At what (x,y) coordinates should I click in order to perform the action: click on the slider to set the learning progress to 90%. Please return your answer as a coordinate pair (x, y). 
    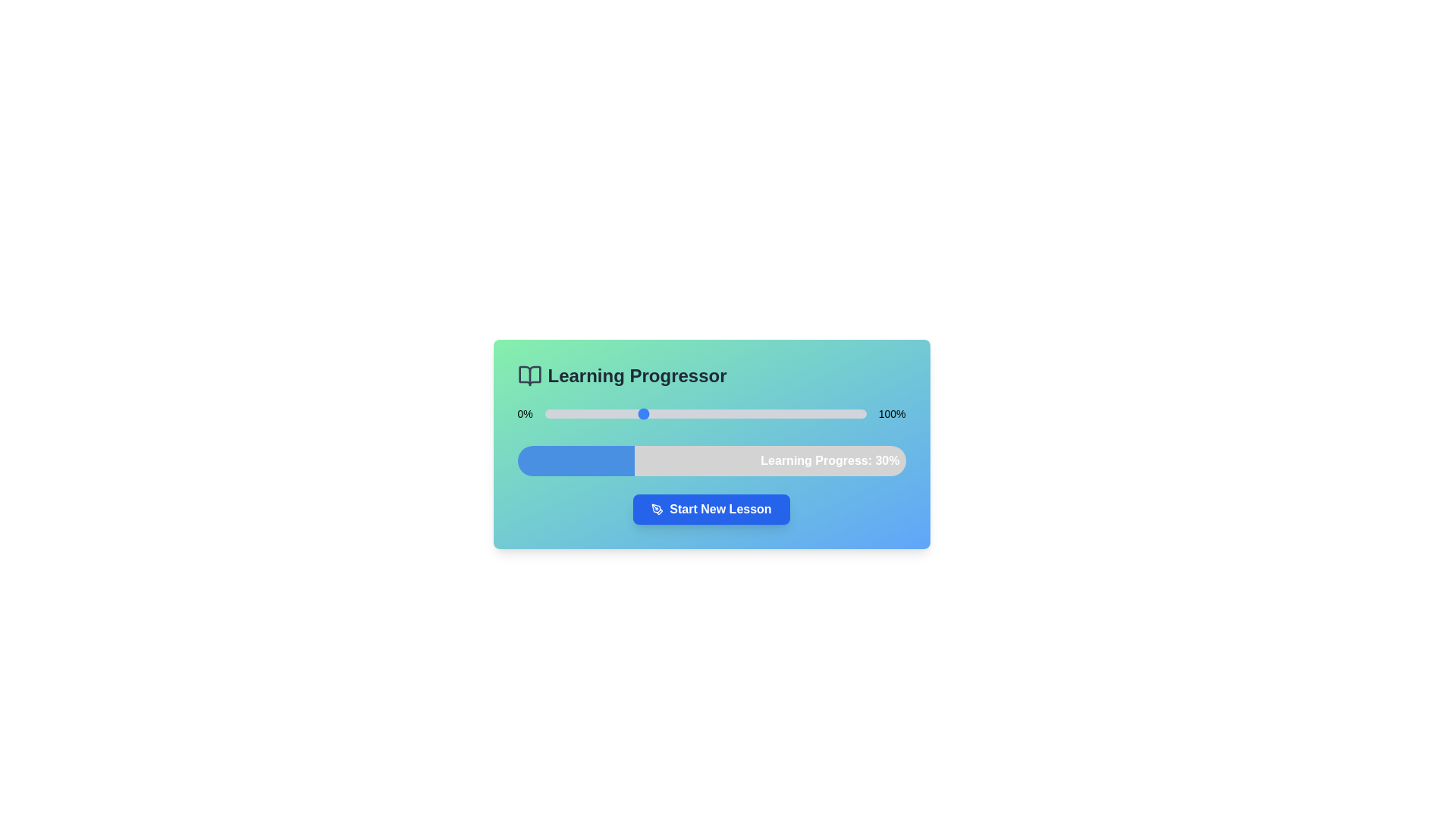
    Looking at the image, I should click on (833, 414).